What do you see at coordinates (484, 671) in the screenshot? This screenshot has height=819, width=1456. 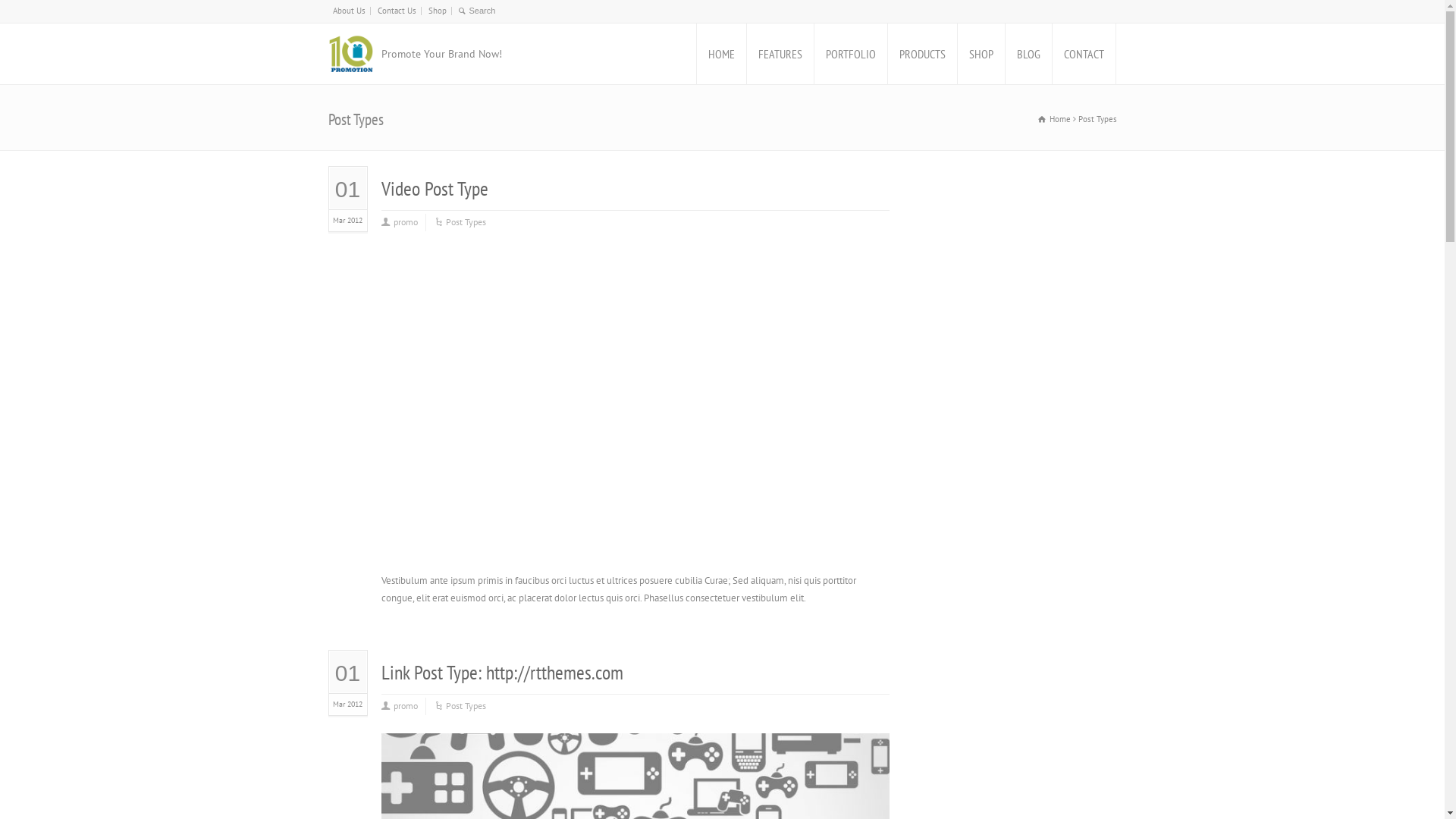 I see `'http://rtthemes.com'` at bounding box center [484, 671].